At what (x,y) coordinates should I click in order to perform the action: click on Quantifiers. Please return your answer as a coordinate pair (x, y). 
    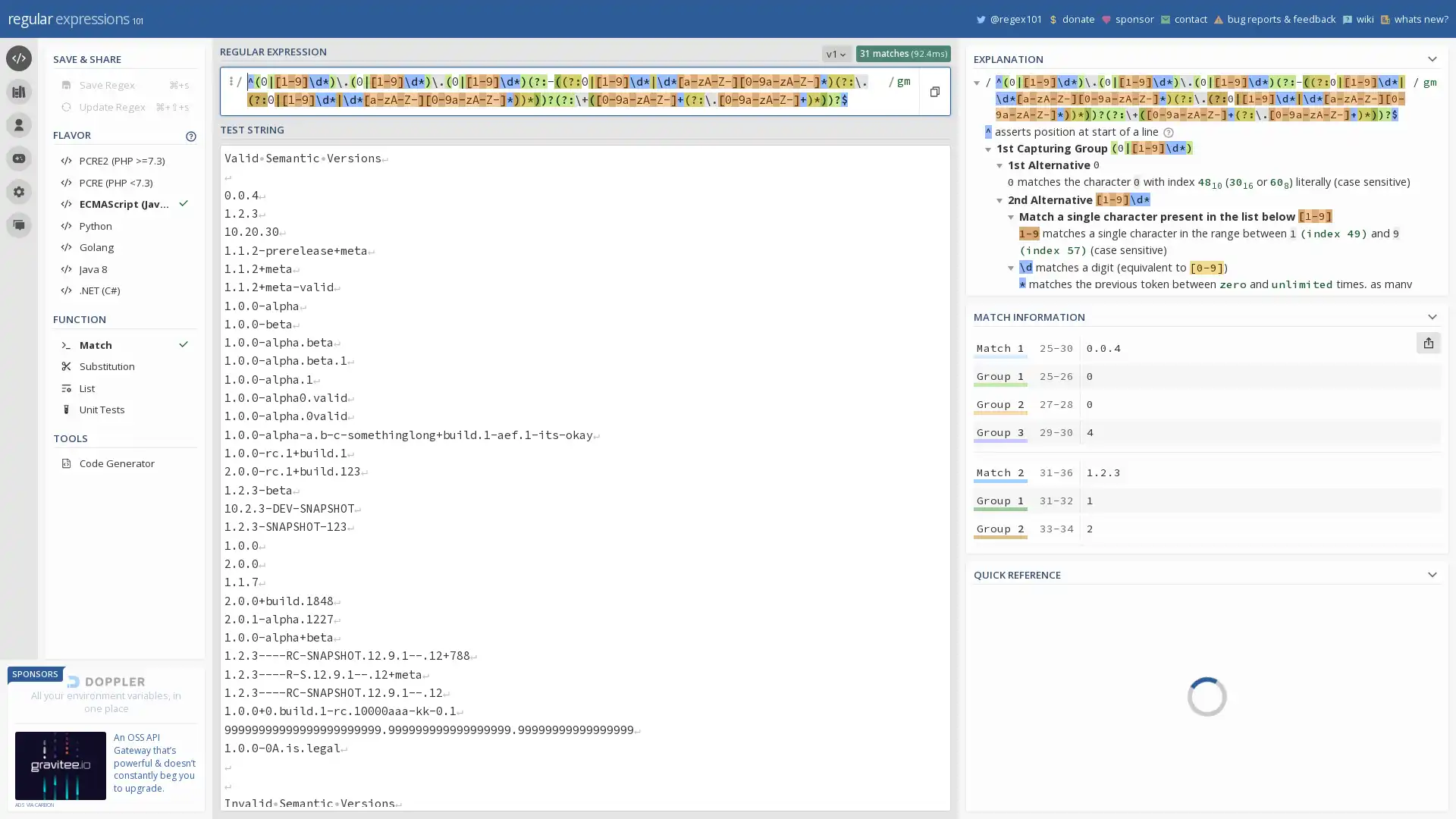
    Looking at the image, I should click on (1044, 736).